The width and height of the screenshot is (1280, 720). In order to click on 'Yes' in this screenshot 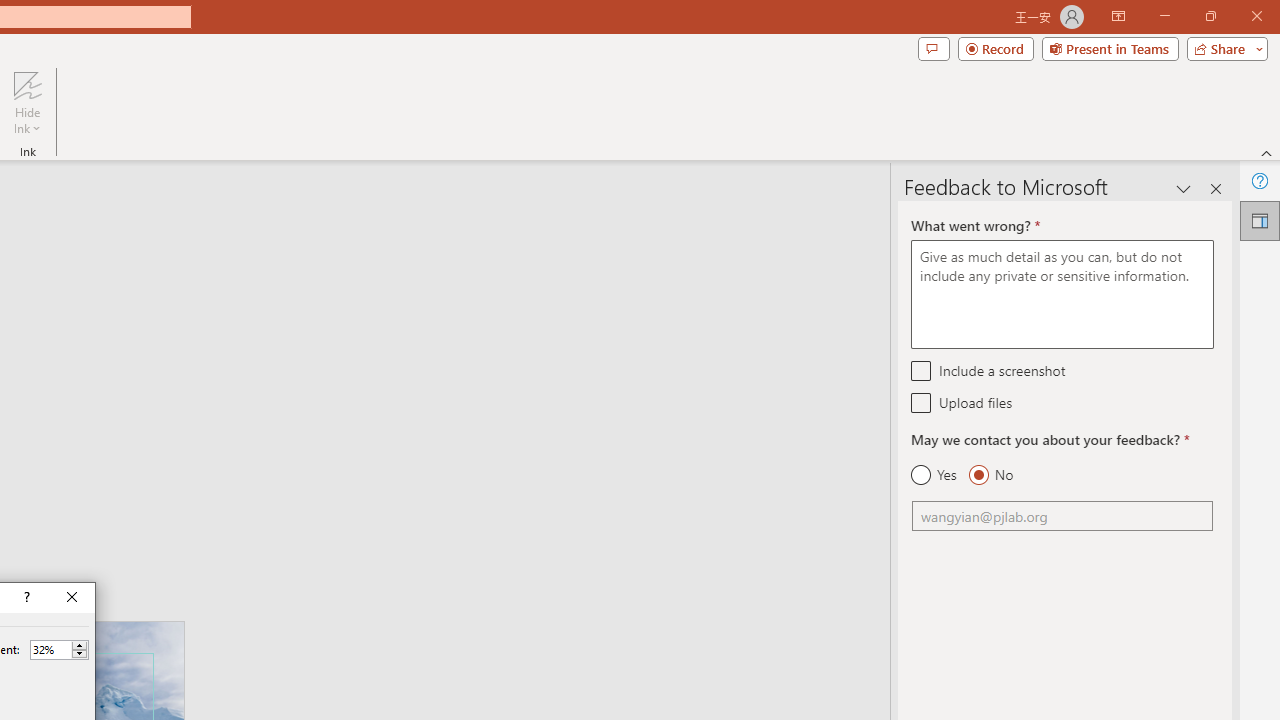, I will do `click(933, 475)`.